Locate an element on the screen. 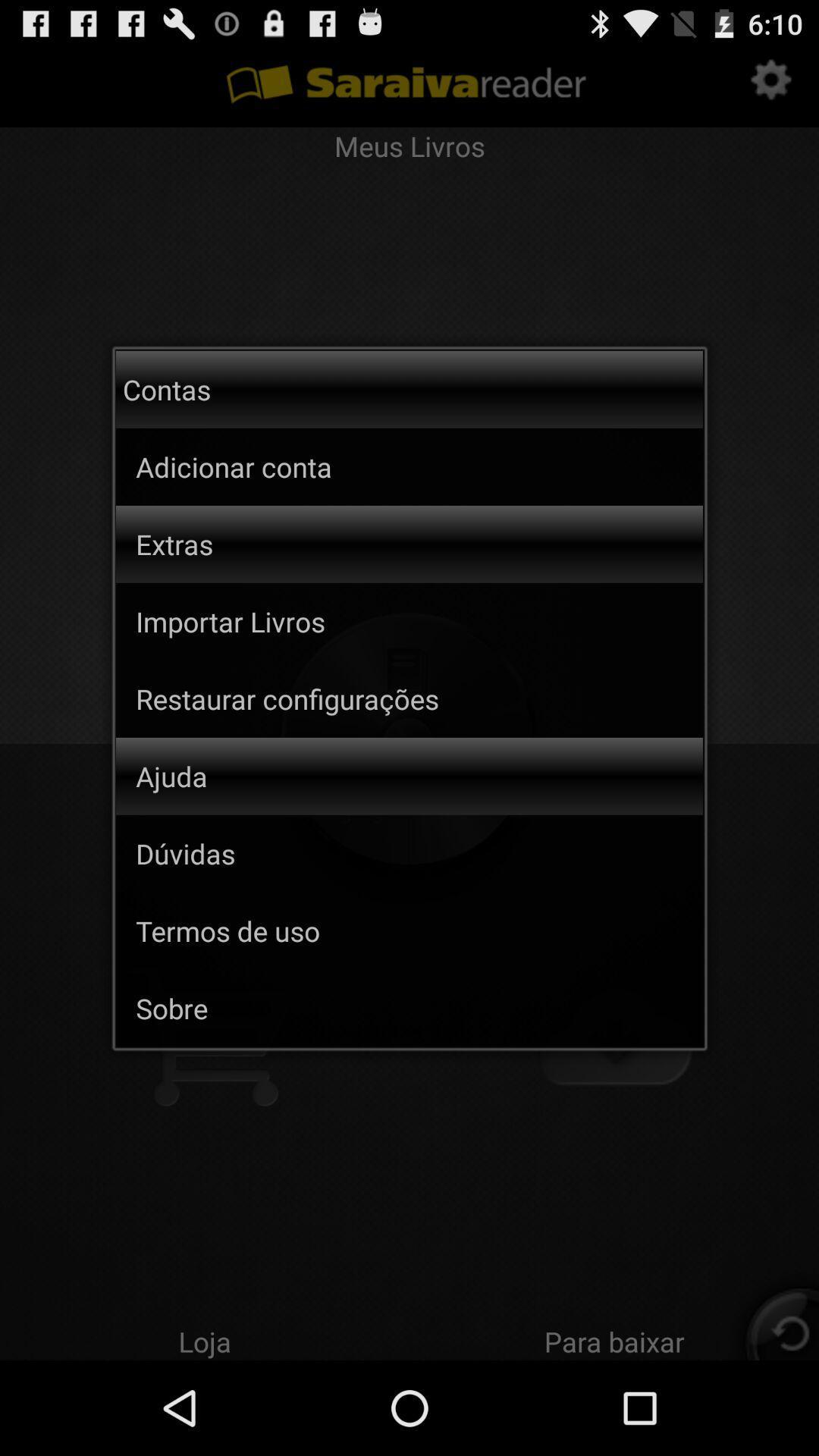  the termos de uso icon is located at coordinates (419, 930).